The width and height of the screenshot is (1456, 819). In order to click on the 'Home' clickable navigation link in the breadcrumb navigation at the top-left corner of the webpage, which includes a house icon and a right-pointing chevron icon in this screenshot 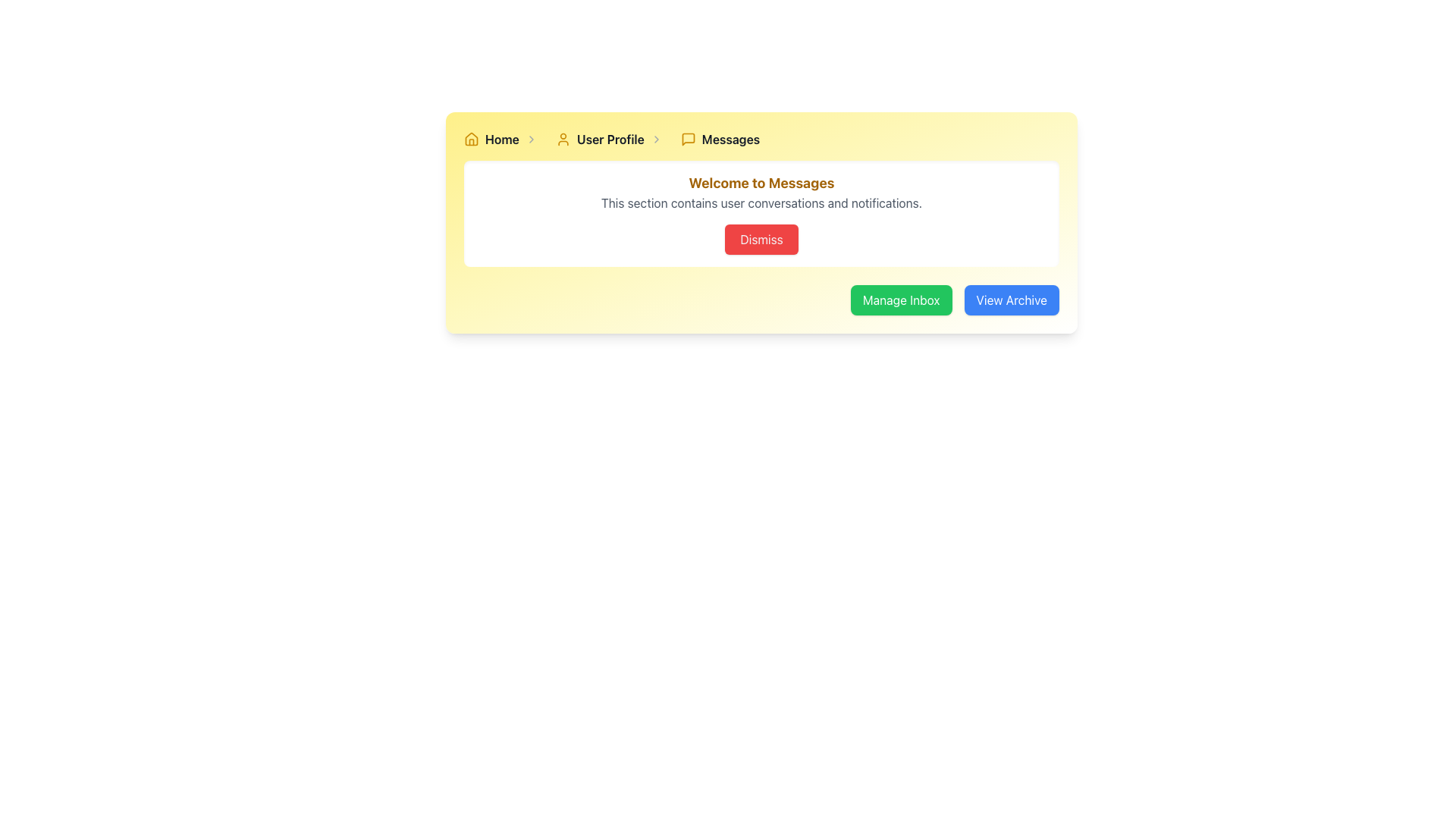, I will do `click(504, 140)`.